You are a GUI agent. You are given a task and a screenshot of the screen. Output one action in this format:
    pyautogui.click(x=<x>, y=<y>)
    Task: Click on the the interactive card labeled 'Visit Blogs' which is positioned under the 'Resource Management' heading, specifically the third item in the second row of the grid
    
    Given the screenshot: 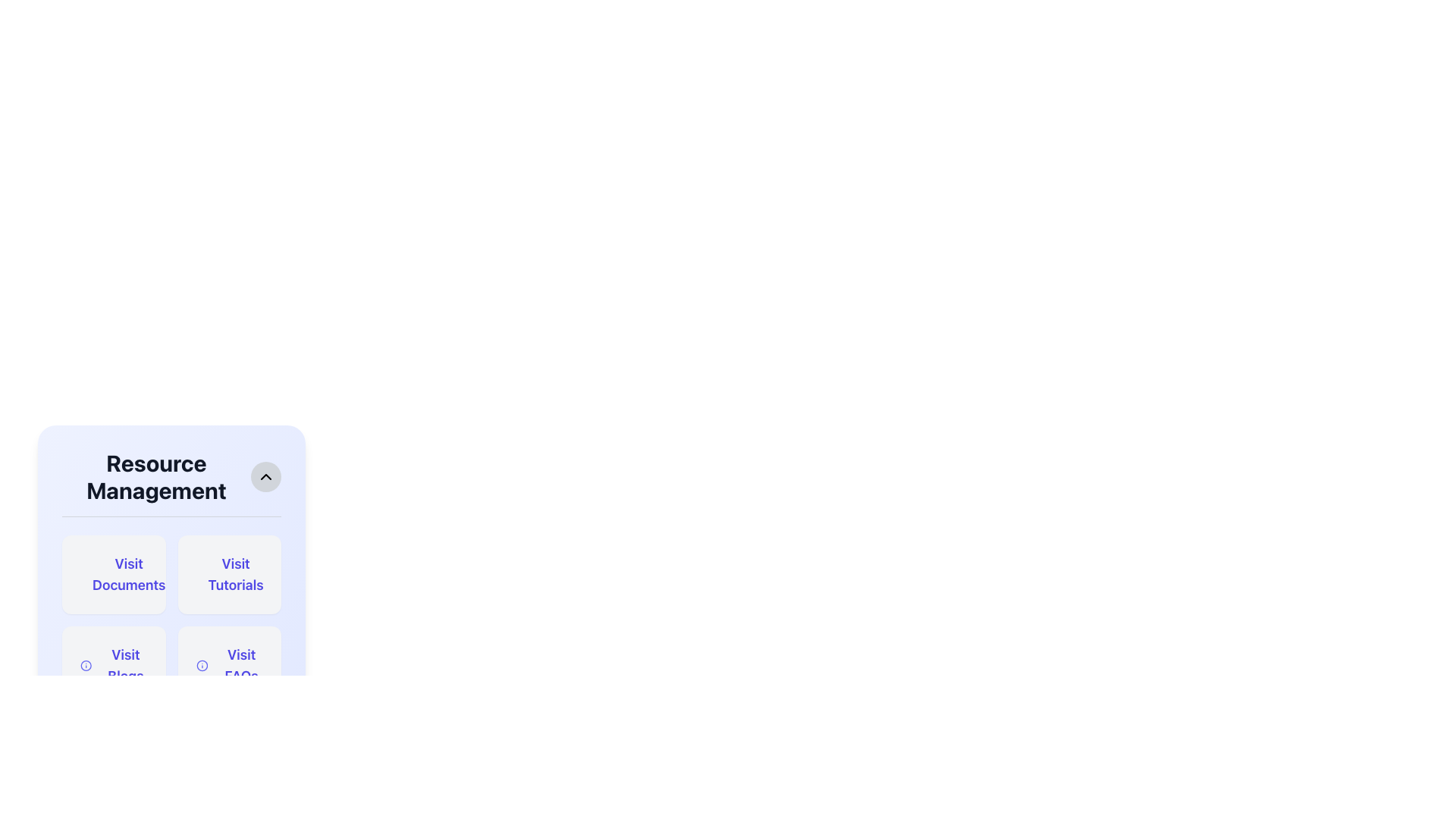 What is the action you would take?
    pyautogui.click(x=113, y=665)
    